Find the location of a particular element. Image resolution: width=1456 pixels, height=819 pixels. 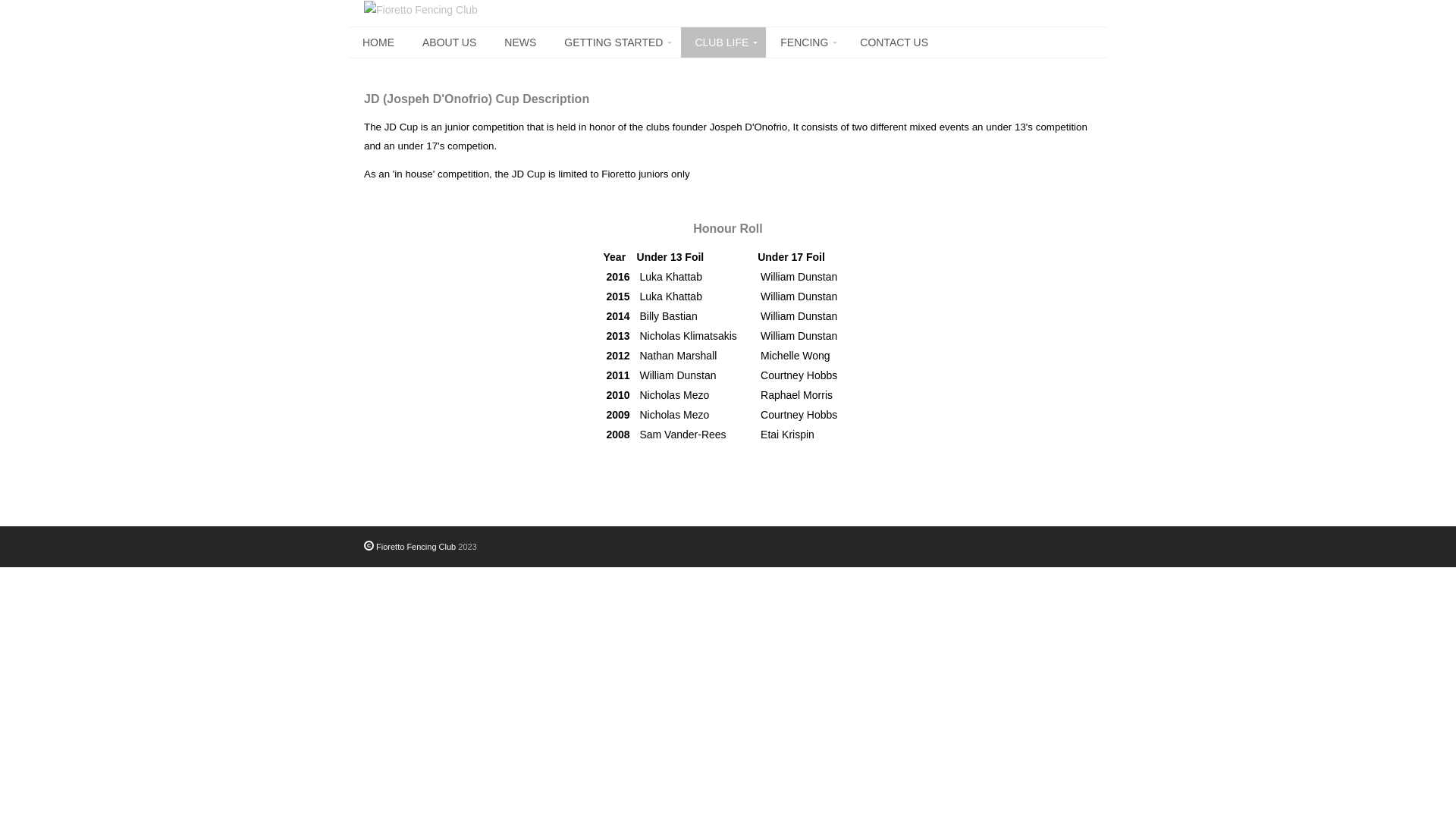

'GETTING STARTED' is located at coordinates (615, 42).